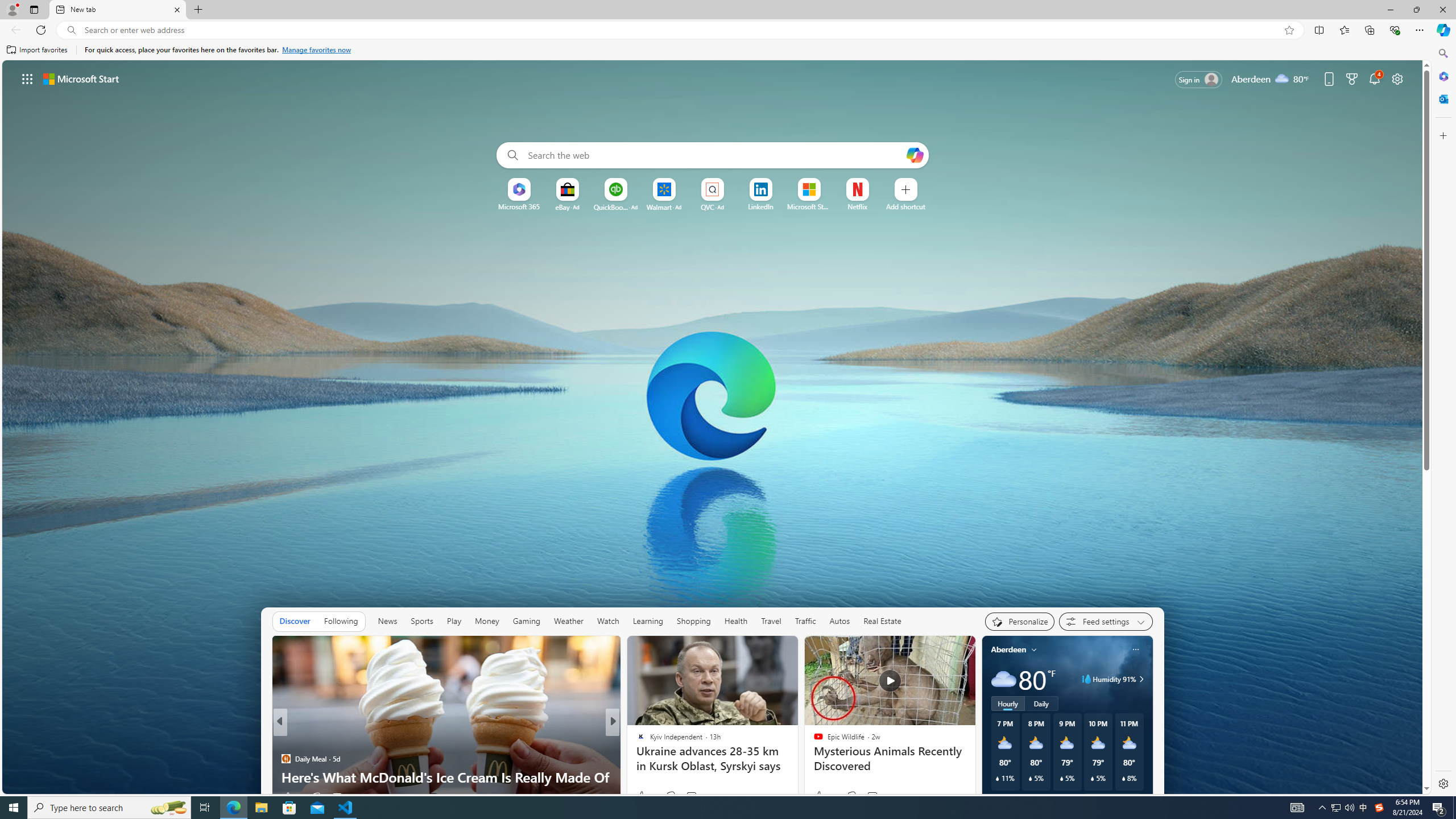  What do you see at coordinates (316, 49) in the screenshot?
I see `'Manage favorites now'` at bounding box center [316, 49].